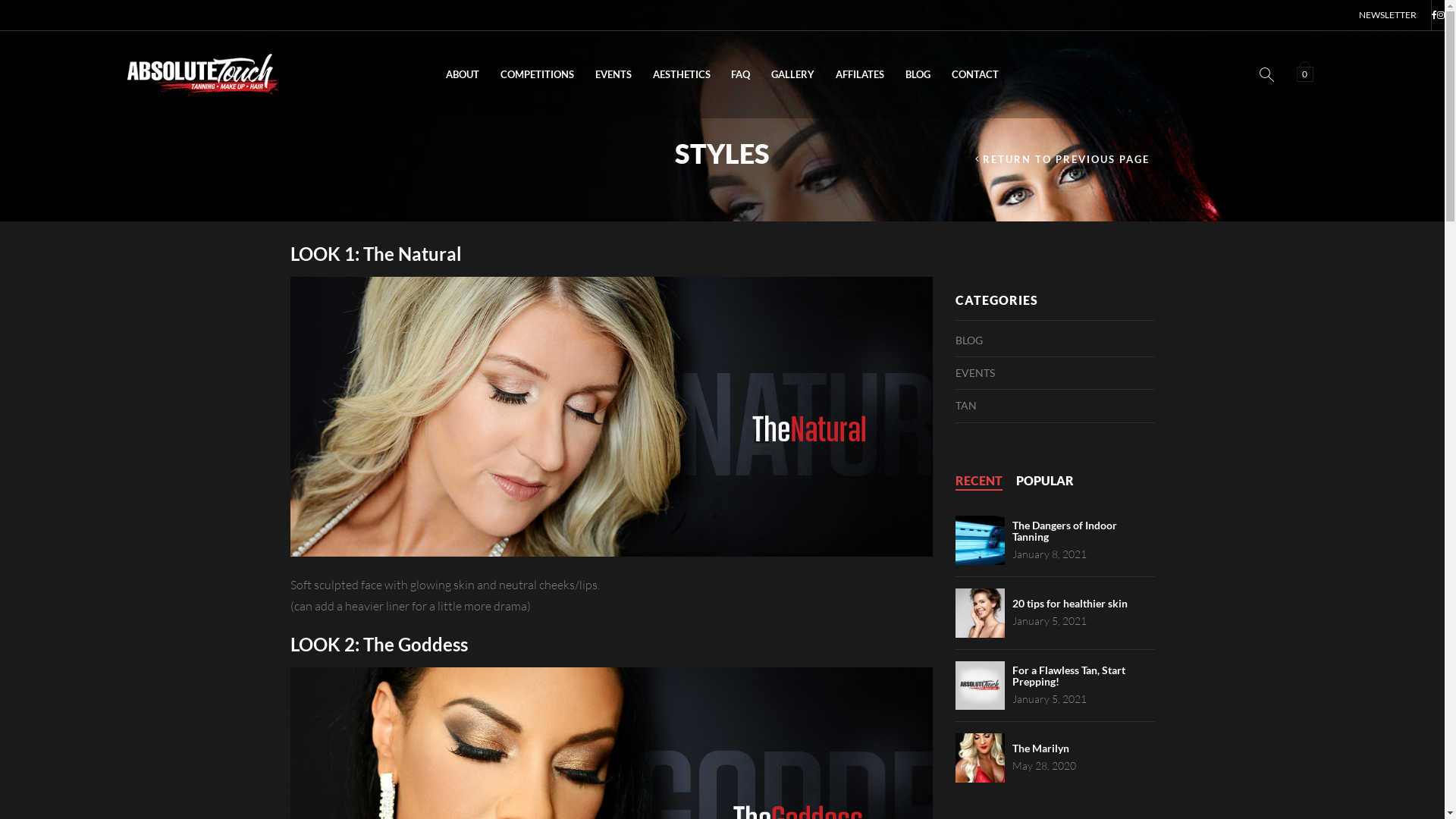  Describe the element at coordinates (1062, 159) in the screenshot. I see `'RETURN TO PREVIOUS PAGE'` at that location.